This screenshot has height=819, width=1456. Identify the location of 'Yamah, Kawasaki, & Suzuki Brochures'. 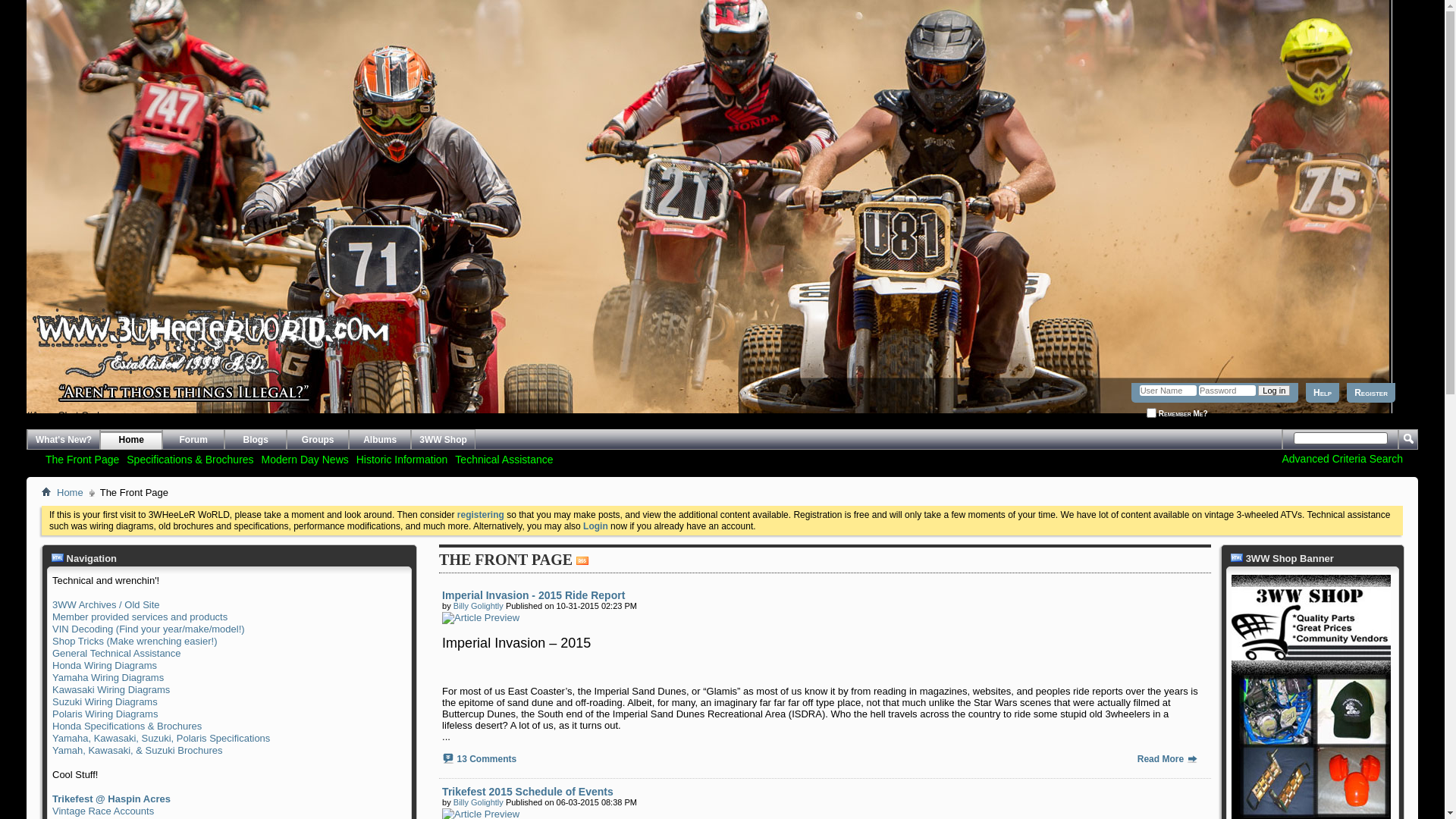
(52, 749).